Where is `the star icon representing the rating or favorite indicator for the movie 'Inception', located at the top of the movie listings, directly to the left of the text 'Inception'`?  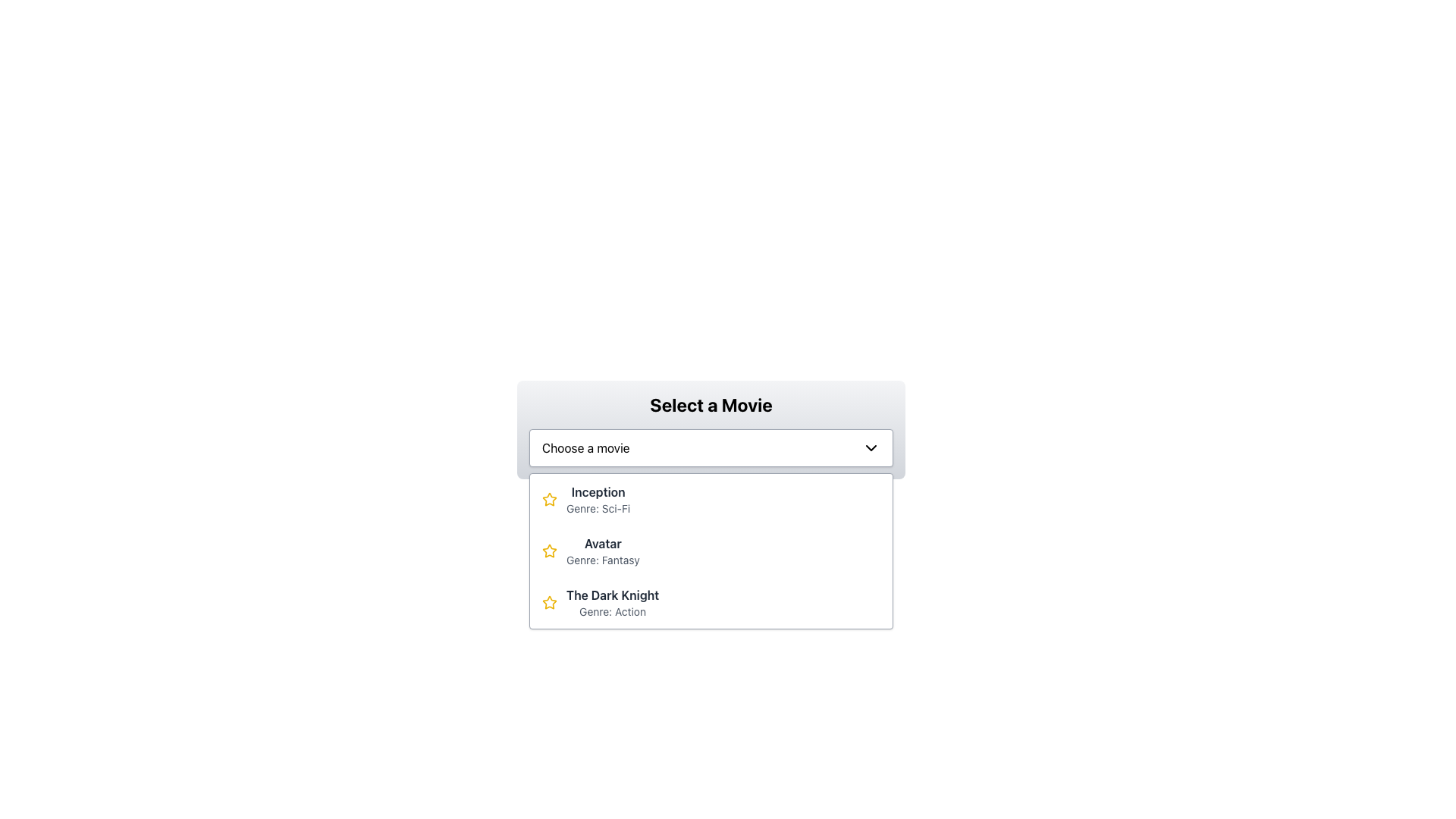 the star icon representing the rating or favorite indicator for the movie 'Inception', located at the top of the movie listings, directly to the left of the text 'Inception' is located at coordinates (548, 500).